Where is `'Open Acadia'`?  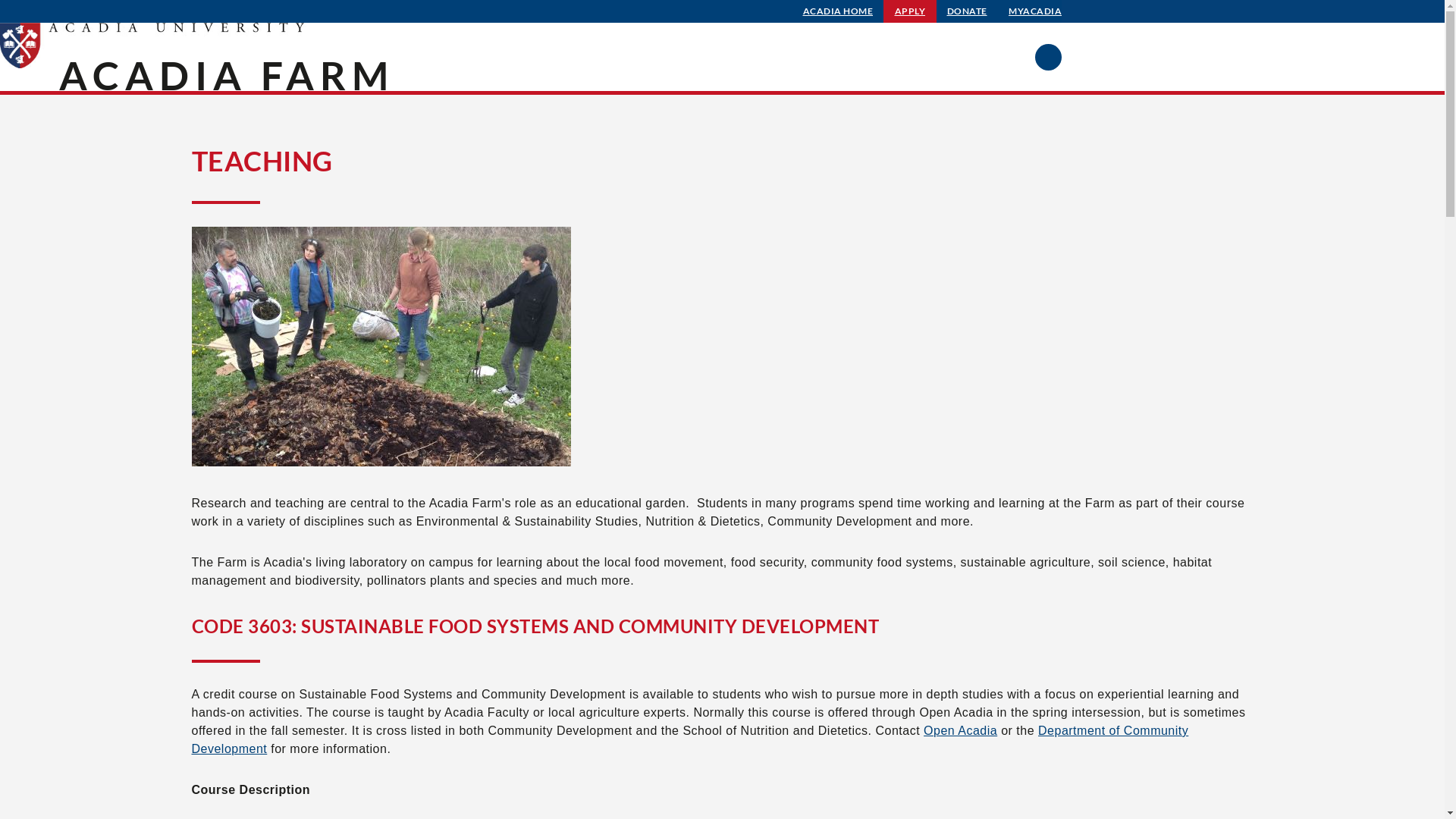
'Open Acadia' is located at coordinates (959, 730).